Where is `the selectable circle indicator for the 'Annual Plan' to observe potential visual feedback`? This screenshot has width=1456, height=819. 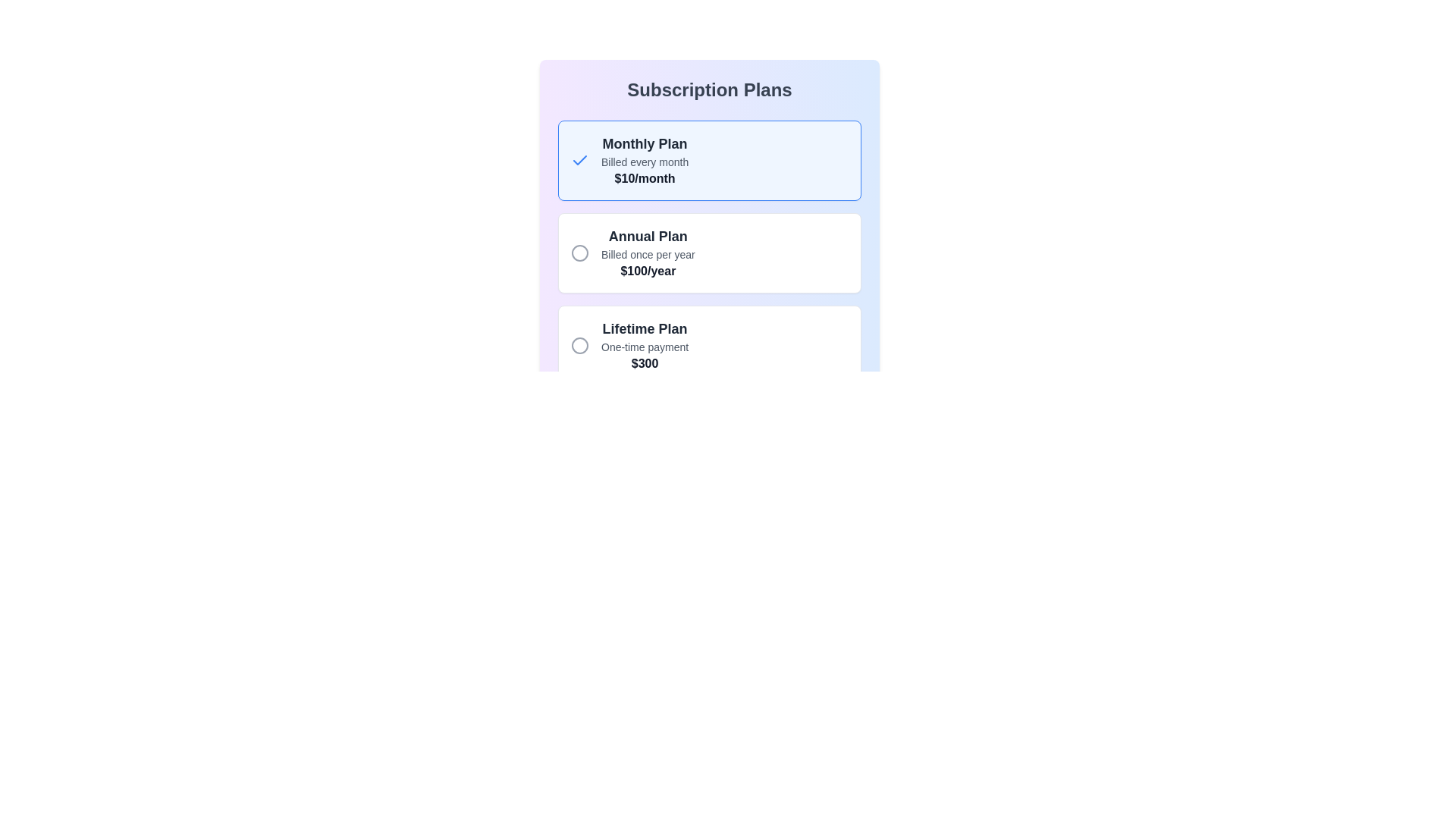
the selectable circle indicator for the 'Annual Plan' to observe potential visual feedback is located at coordinates (579, 253).